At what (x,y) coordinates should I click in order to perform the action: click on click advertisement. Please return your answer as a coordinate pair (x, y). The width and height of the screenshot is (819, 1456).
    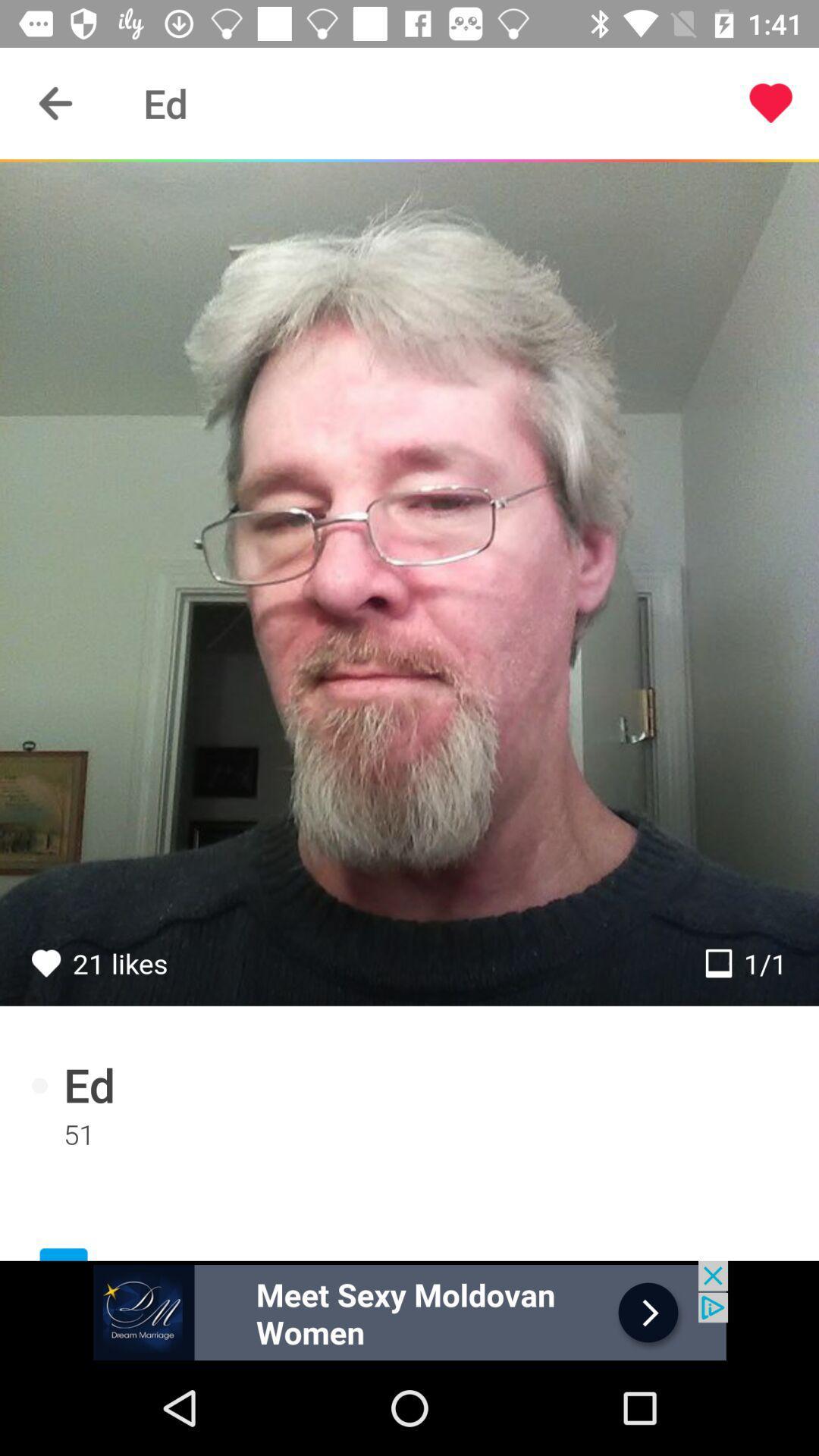
    Looking at the image, I should click on (409, 1310).